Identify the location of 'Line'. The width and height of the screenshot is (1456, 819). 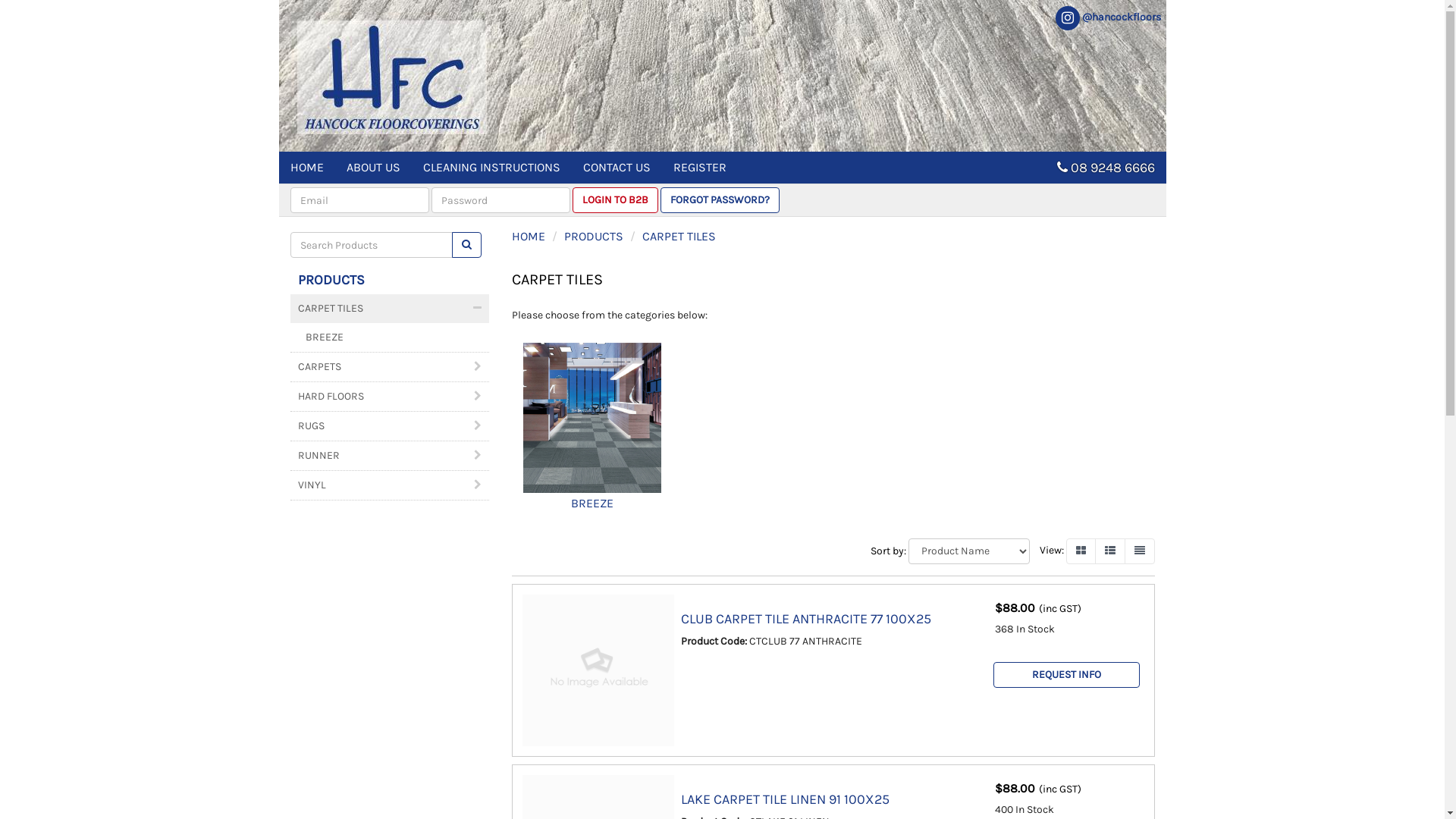
(1139, 551).